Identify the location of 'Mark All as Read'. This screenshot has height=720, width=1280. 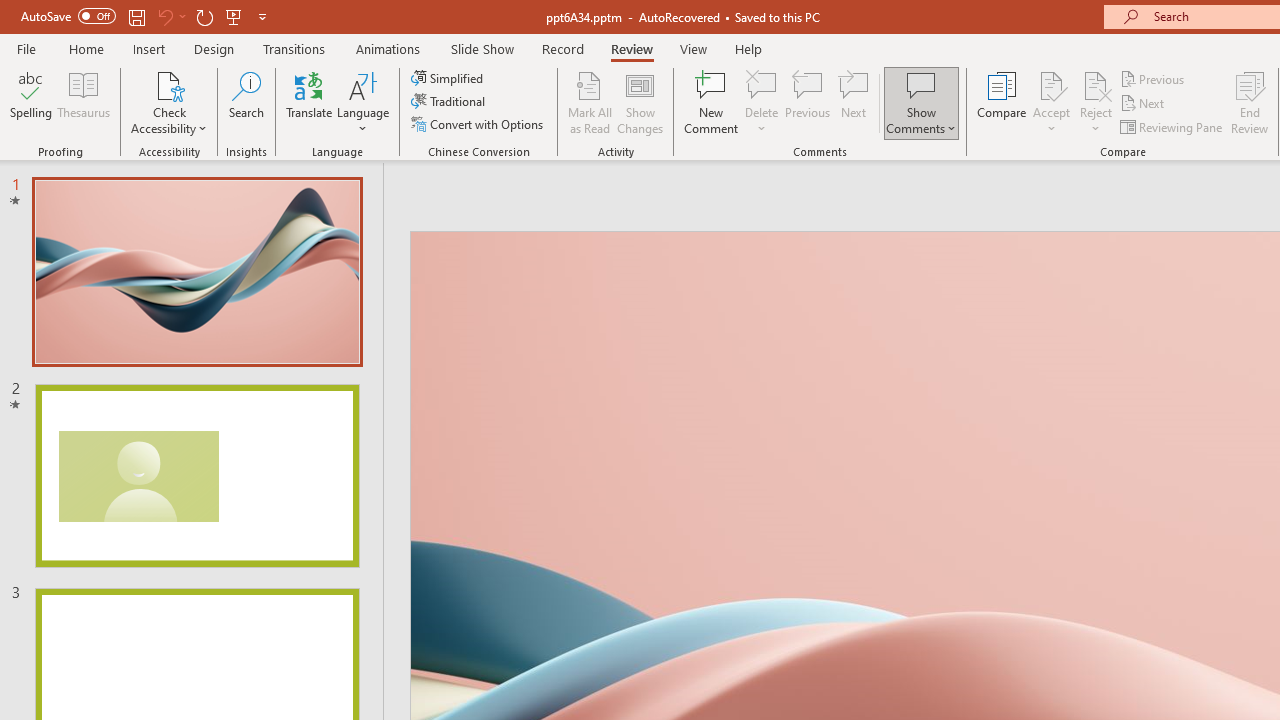
(589, 103).